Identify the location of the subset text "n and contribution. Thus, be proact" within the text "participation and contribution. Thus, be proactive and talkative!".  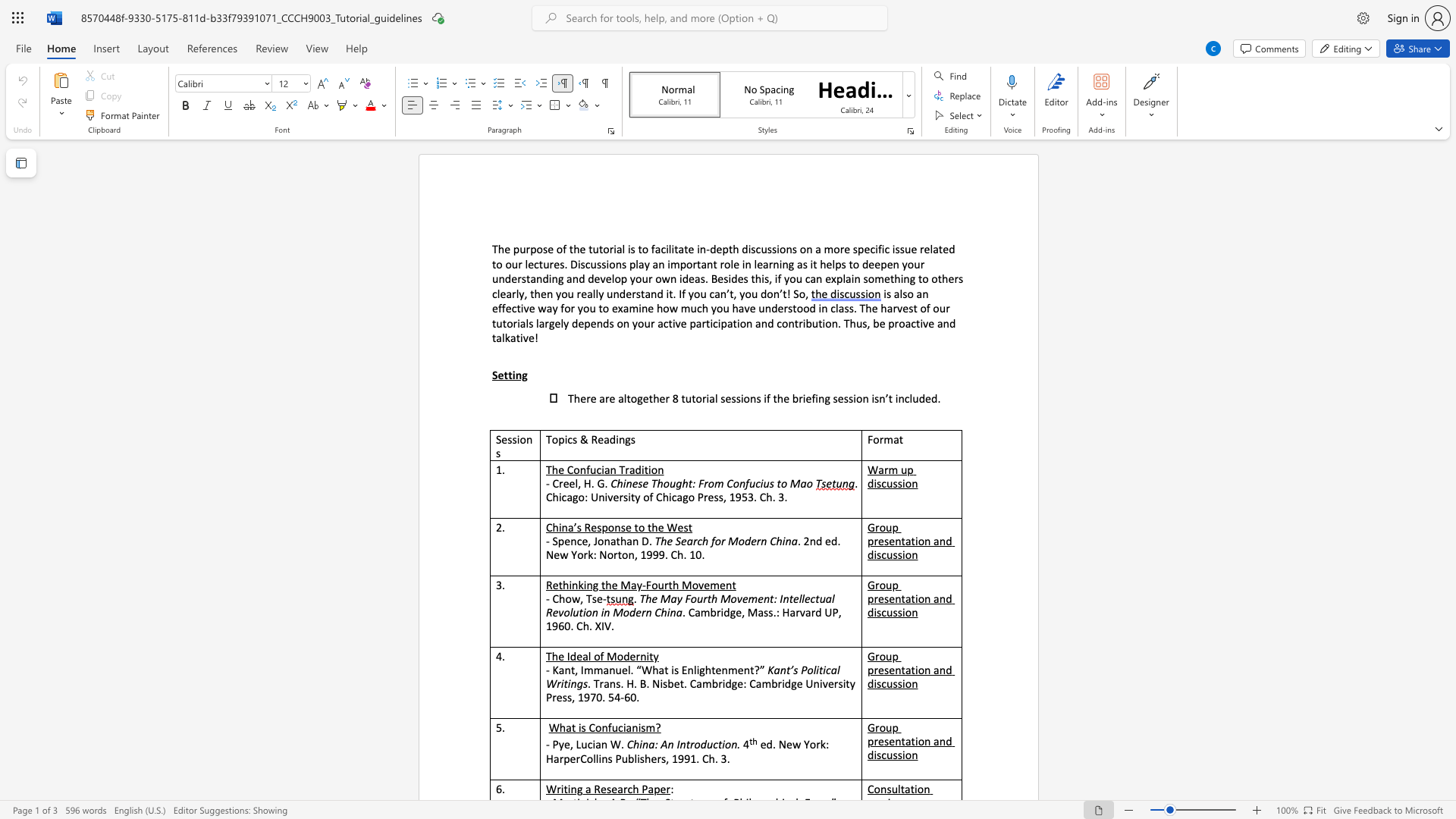
(745, 322).